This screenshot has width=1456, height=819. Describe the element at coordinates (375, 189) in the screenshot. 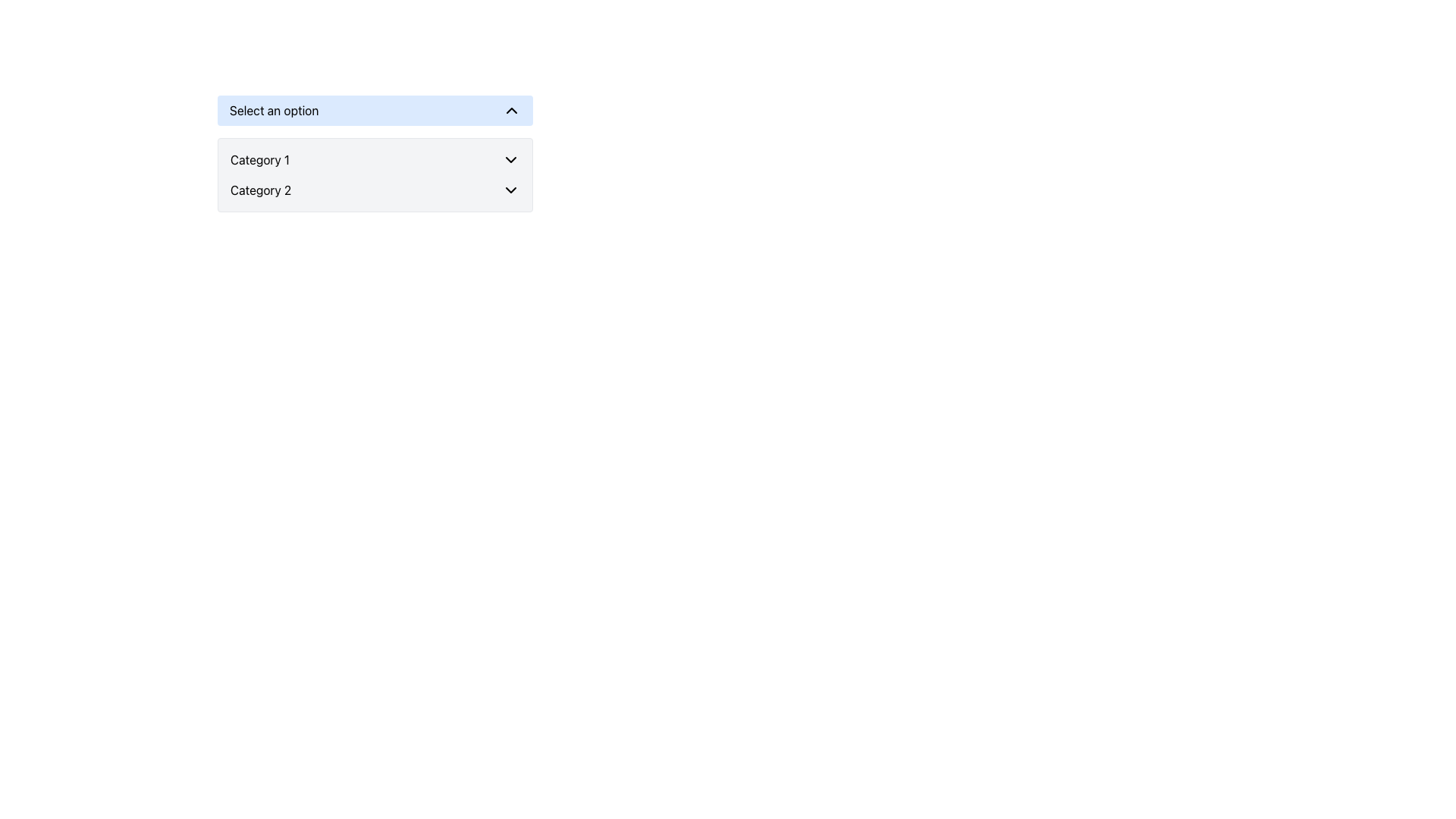

I see `the 'Category 2' dropdown option` at that location.